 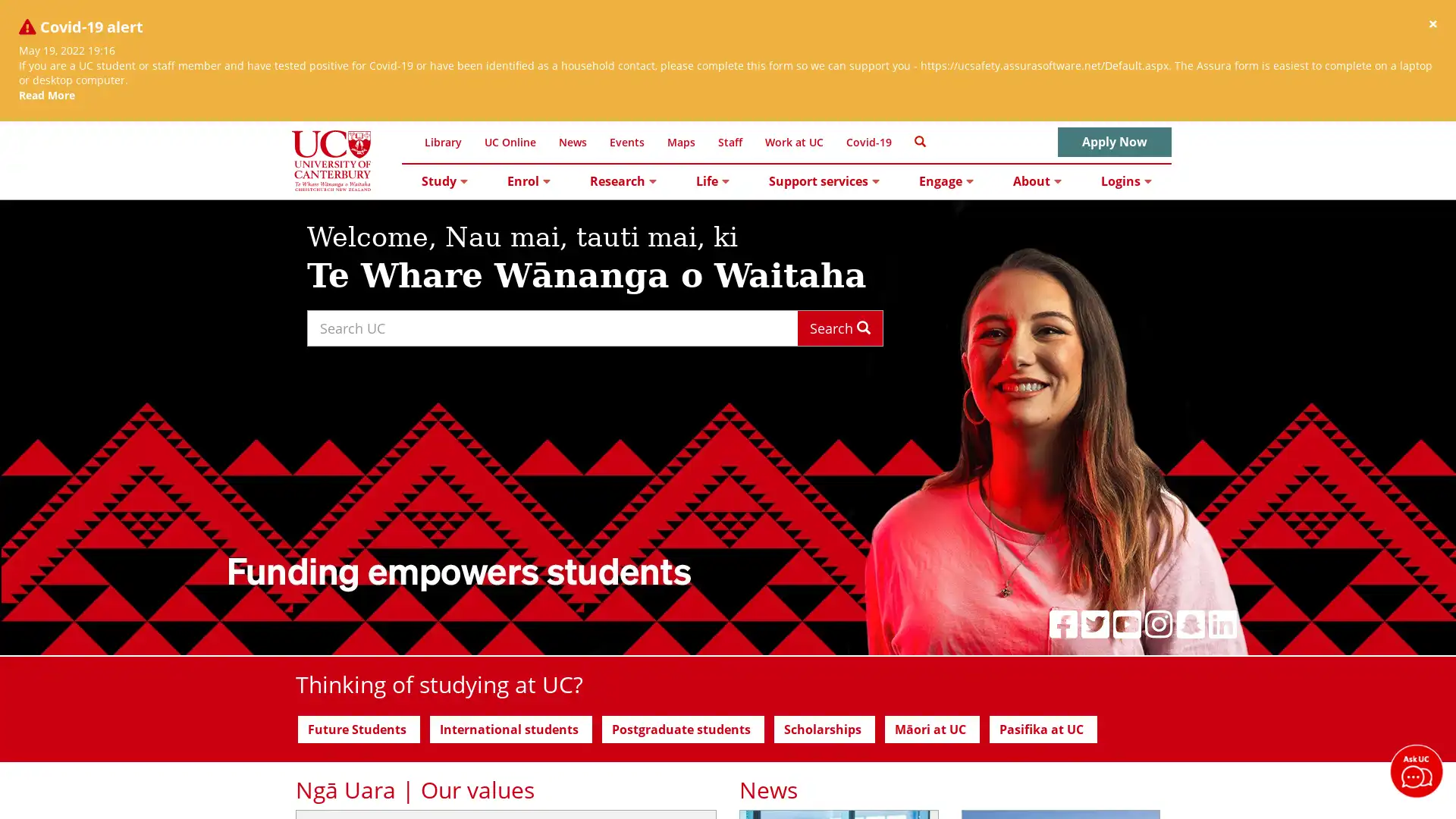 What do you see at coordinates (1114, 142) in the screenshot?
I see `Apply Now` at bounding box center [1114, 142].